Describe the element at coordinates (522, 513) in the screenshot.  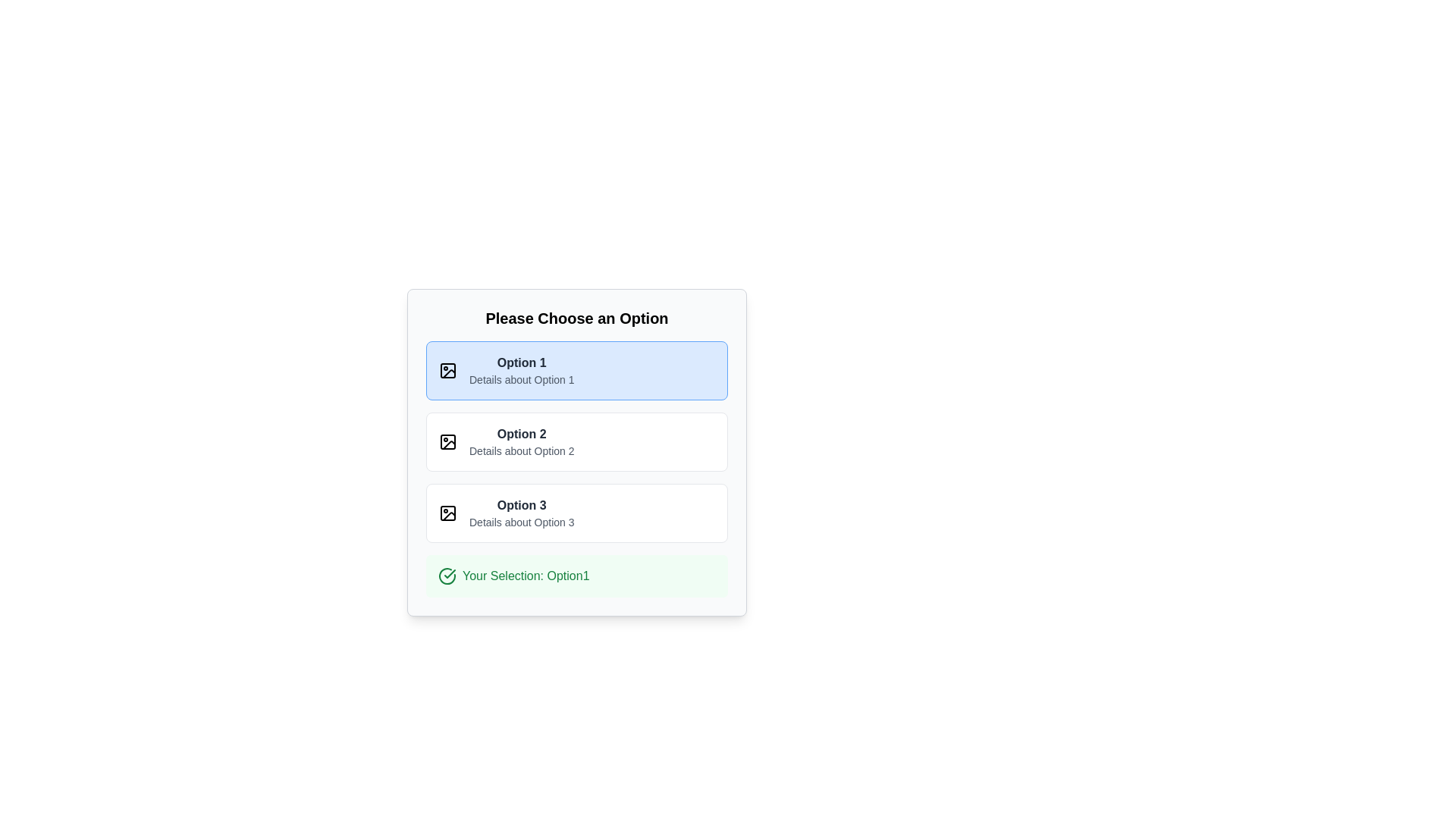
I see `the Text Display element that contains the title 'Option 3' and subtitle 'Details about Option 3', located below 'Option 2' and above 'Your Selection: Option1'` at that location.